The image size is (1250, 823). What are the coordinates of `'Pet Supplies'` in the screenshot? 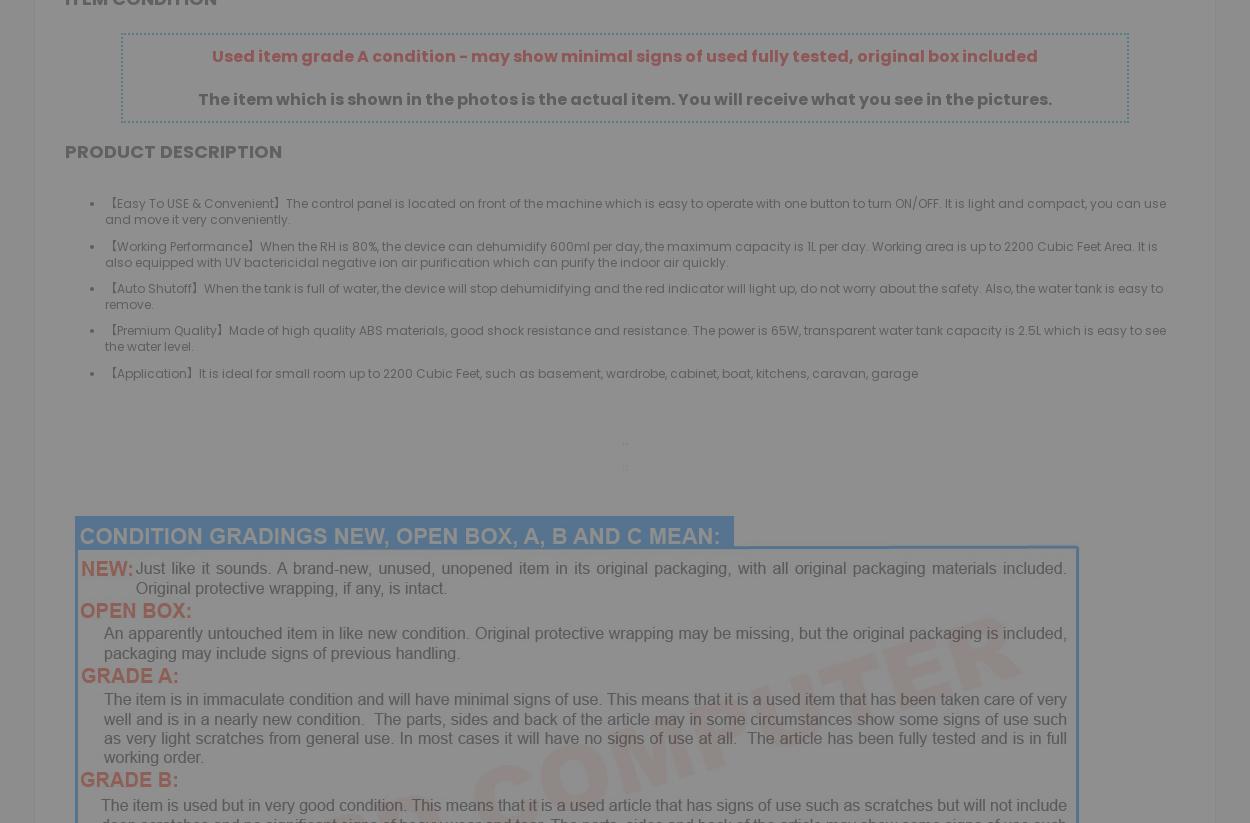 It's located at (447, 167).